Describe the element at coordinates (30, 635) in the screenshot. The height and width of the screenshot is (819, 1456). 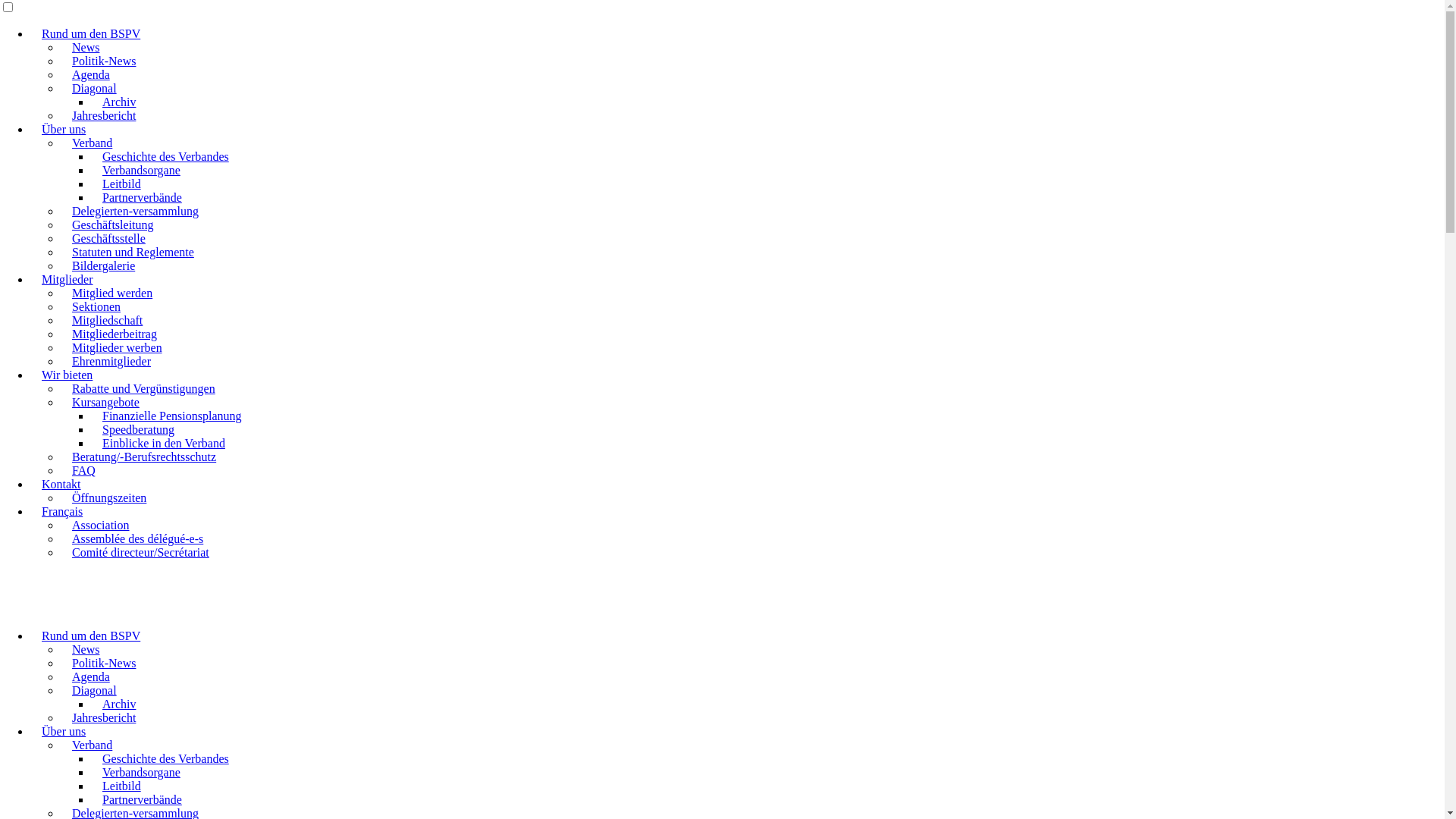
I see `'Rund um den BSPV'` at that location.